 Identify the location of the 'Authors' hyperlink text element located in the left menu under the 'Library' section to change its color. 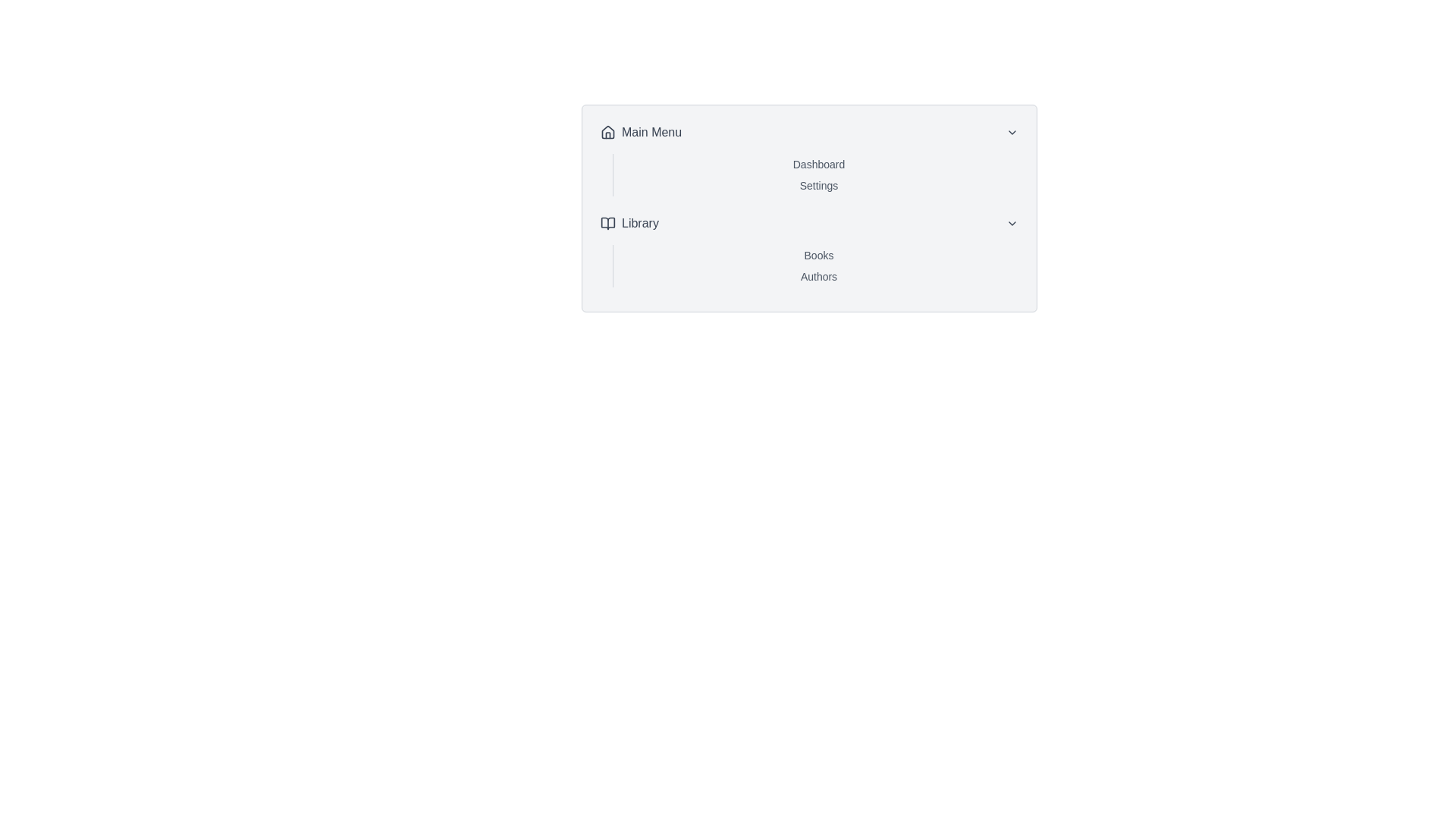
(818, 277).